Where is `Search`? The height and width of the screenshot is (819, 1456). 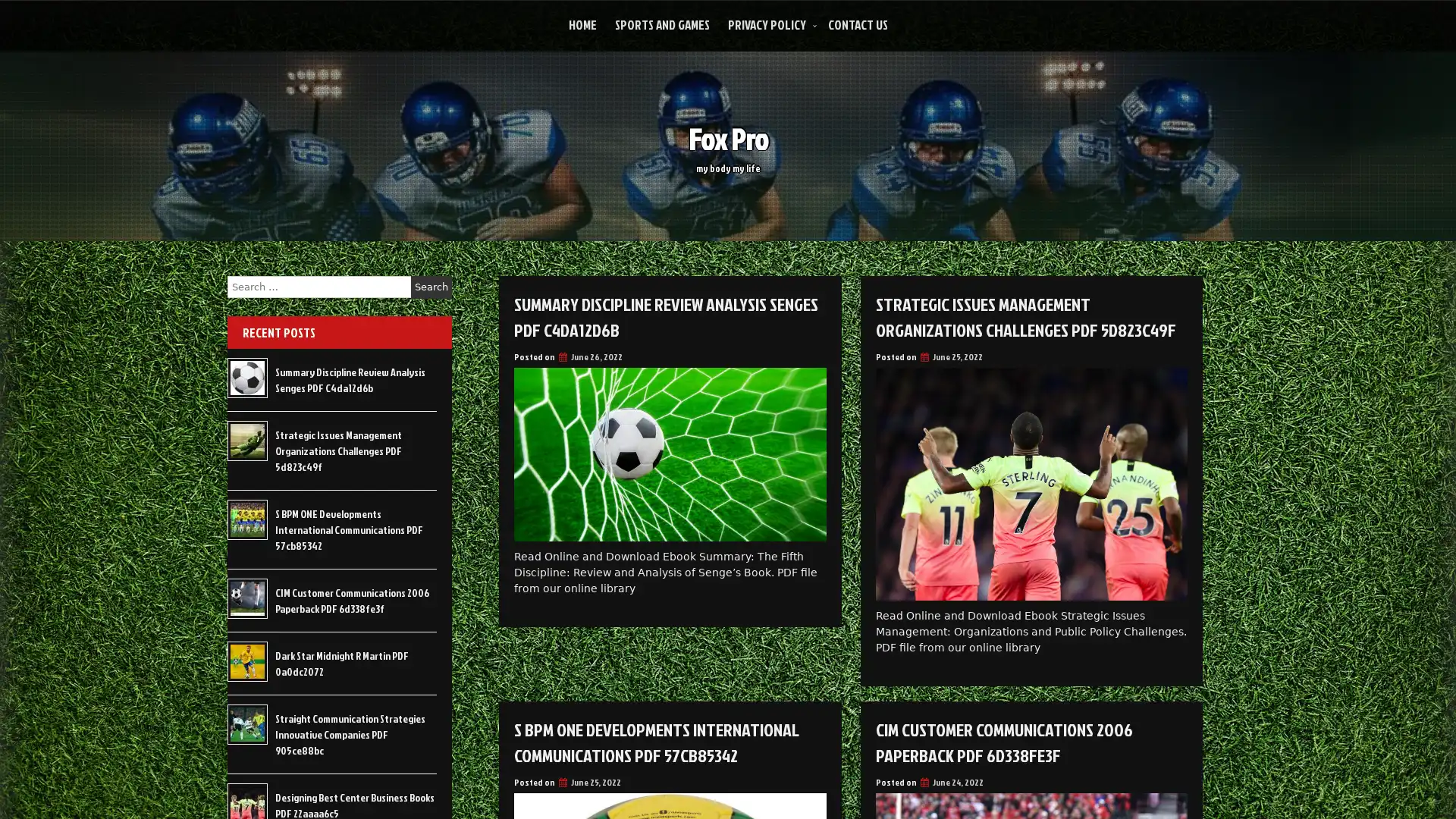 Search is located at coordinates (431, 287).